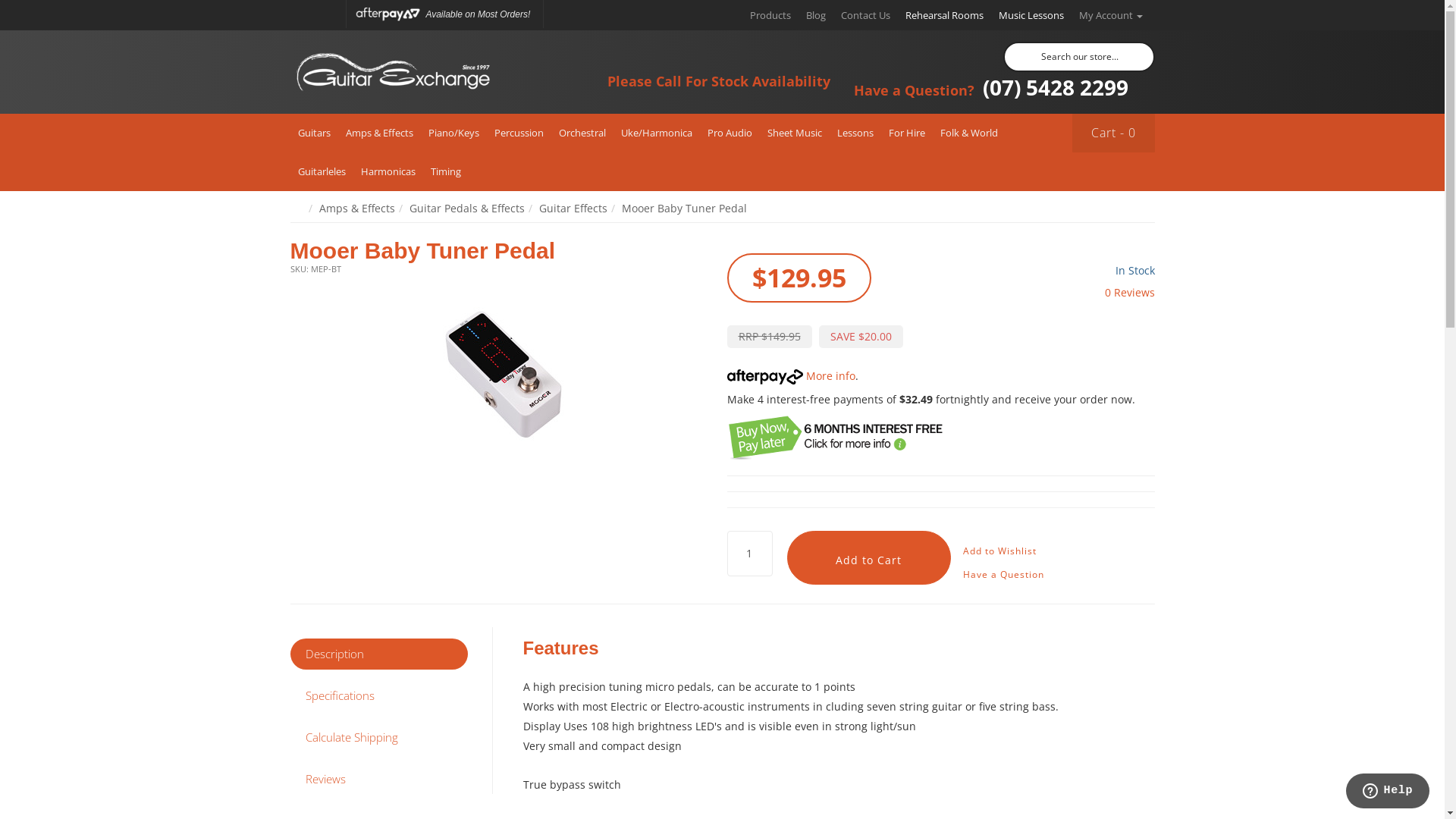  Describe the element at coordinates (519, 132) in the screenshot. I see `'Percussion'` at that location.